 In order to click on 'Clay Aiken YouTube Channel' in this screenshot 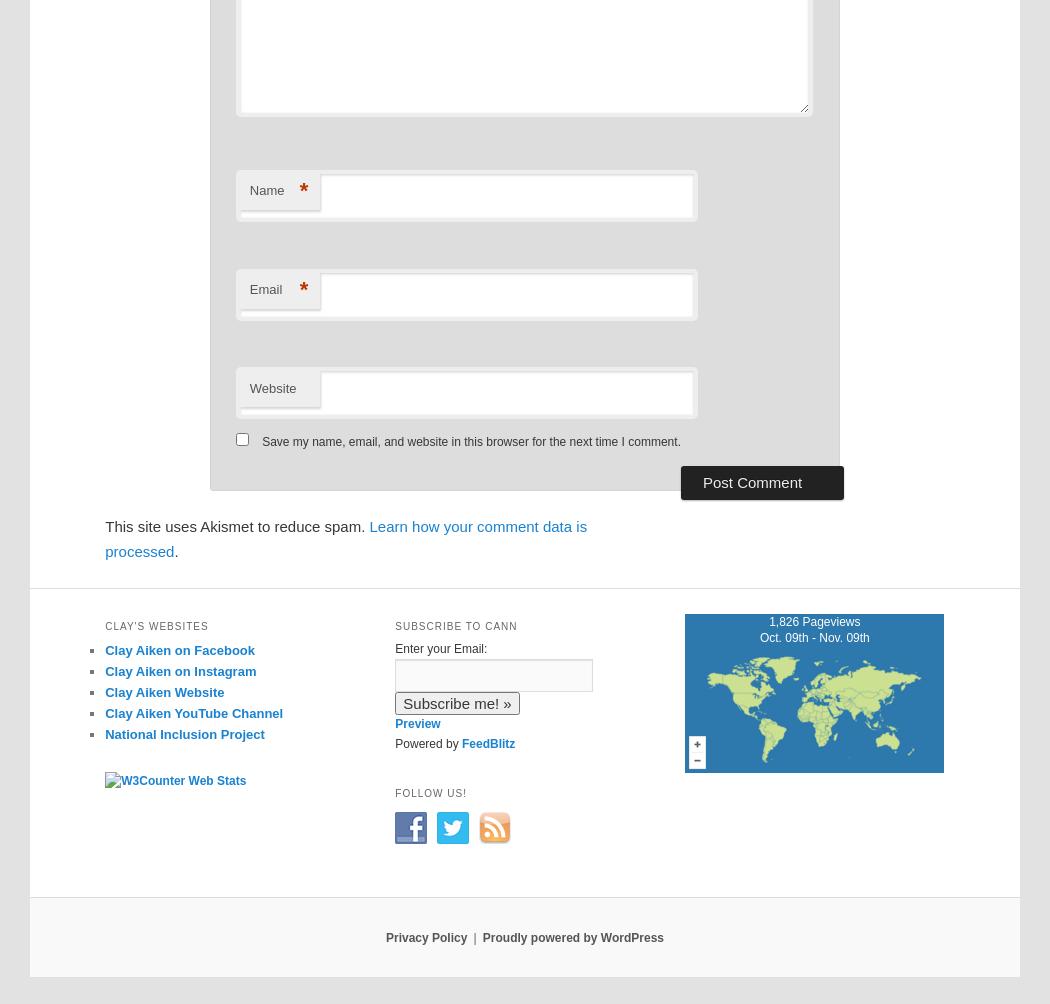, I will do `click(105, 712)`.